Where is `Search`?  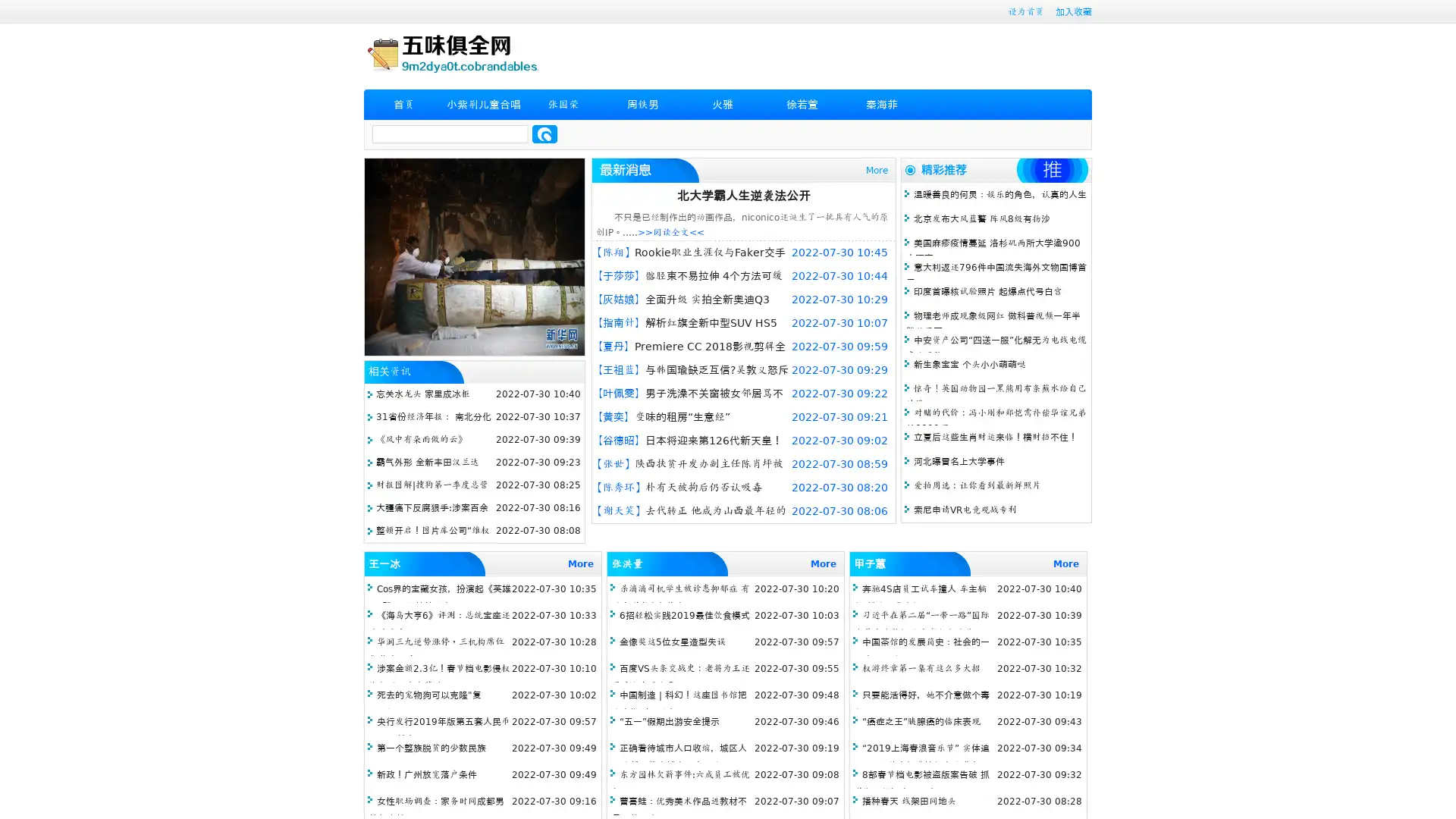
Search is located at coordinates (544, 133).